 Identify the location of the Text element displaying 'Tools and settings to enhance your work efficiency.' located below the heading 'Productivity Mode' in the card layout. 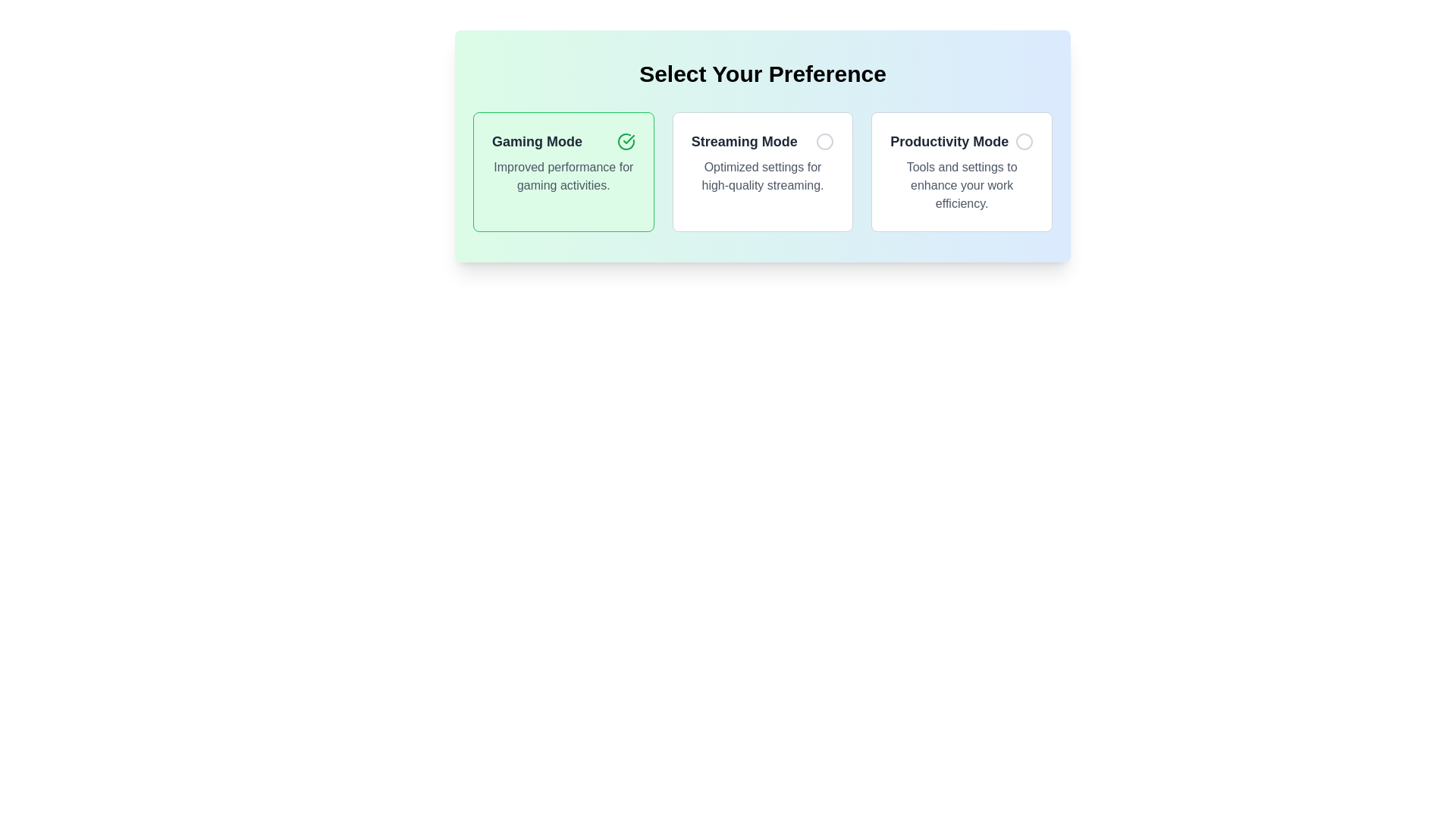
(961, 185).